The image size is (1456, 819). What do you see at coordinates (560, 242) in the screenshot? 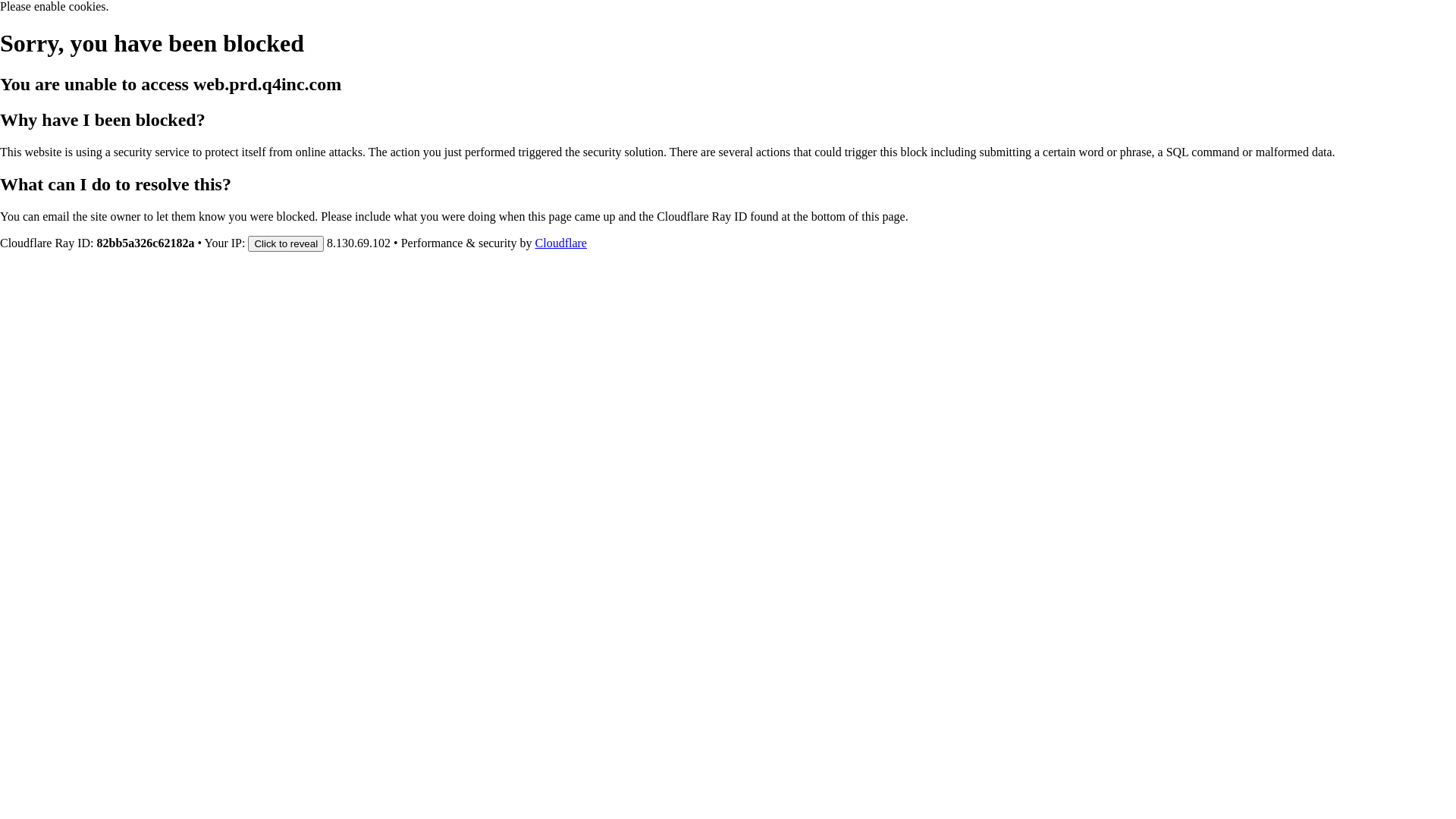
I see `'Cloudflare'` at bounding box center [560, 242].